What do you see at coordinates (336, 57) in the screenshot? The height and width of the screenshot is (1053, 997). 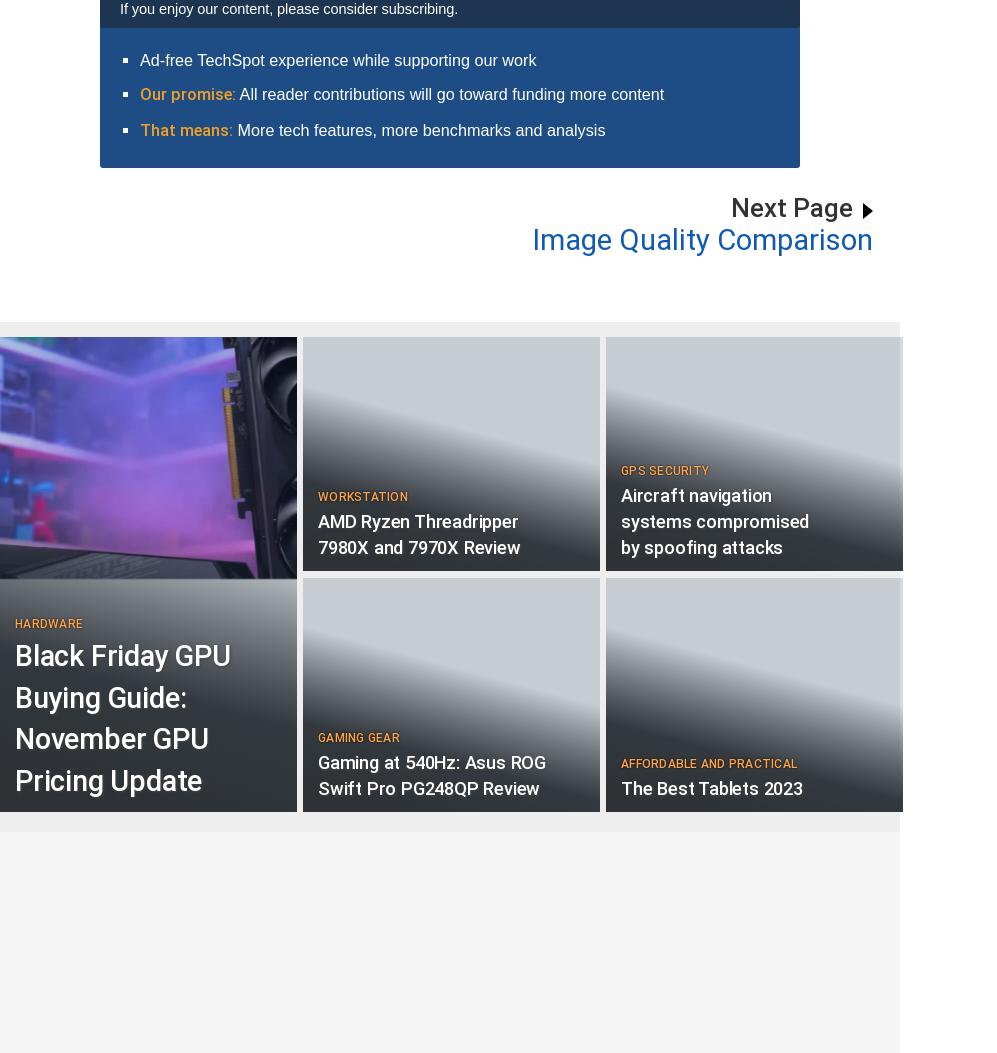 I see `'Ad-free TechSpot experience while supporting our work'` at bounding box center [336, 57].